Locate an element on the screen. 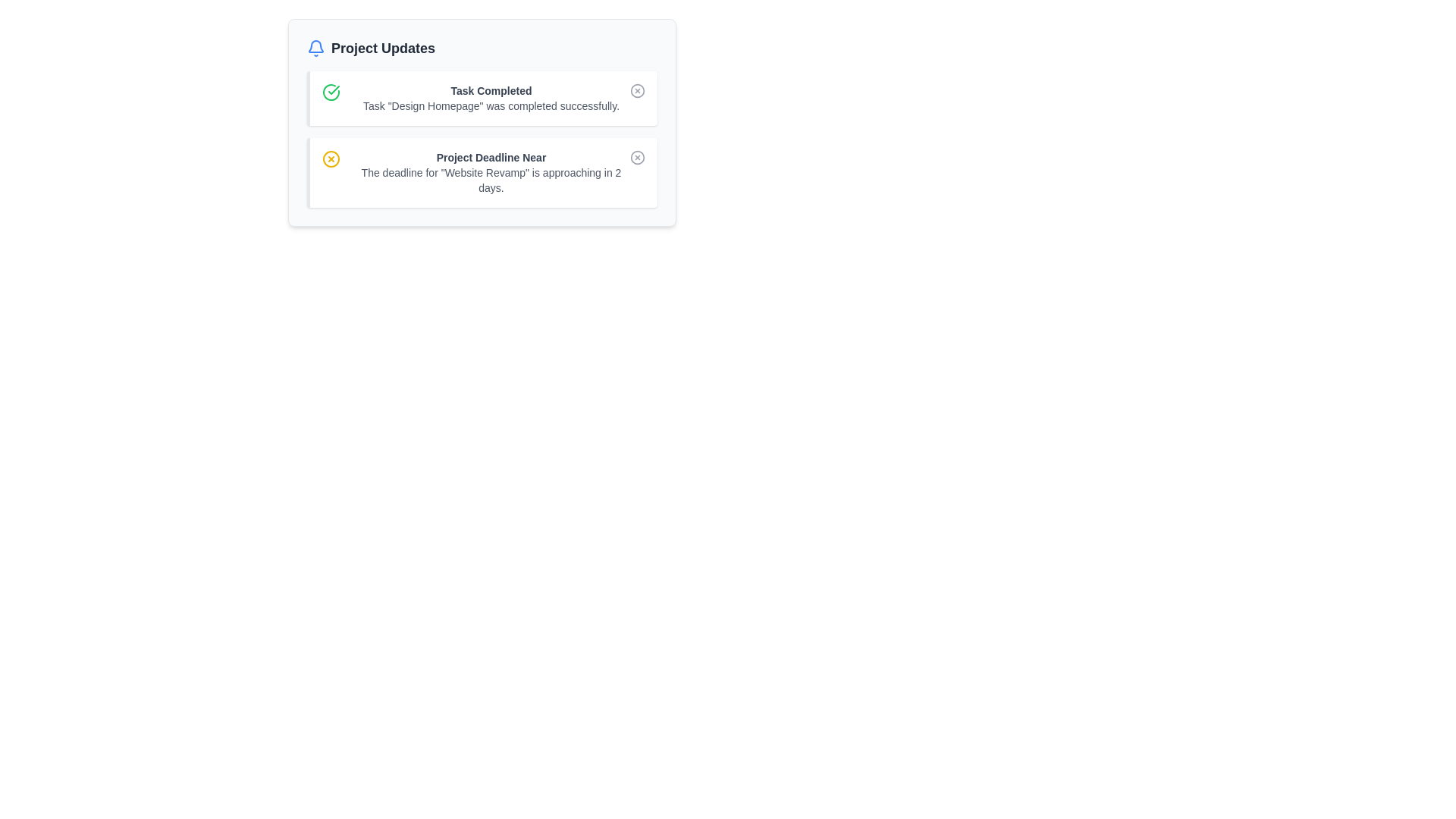 This screenshot has width=1456, height=819. the central circular component with a yellow border, part of the 'Project Deadline Near' notification icon located in the bottom-right corner of the interactive card is located at coordinates (330, 158).